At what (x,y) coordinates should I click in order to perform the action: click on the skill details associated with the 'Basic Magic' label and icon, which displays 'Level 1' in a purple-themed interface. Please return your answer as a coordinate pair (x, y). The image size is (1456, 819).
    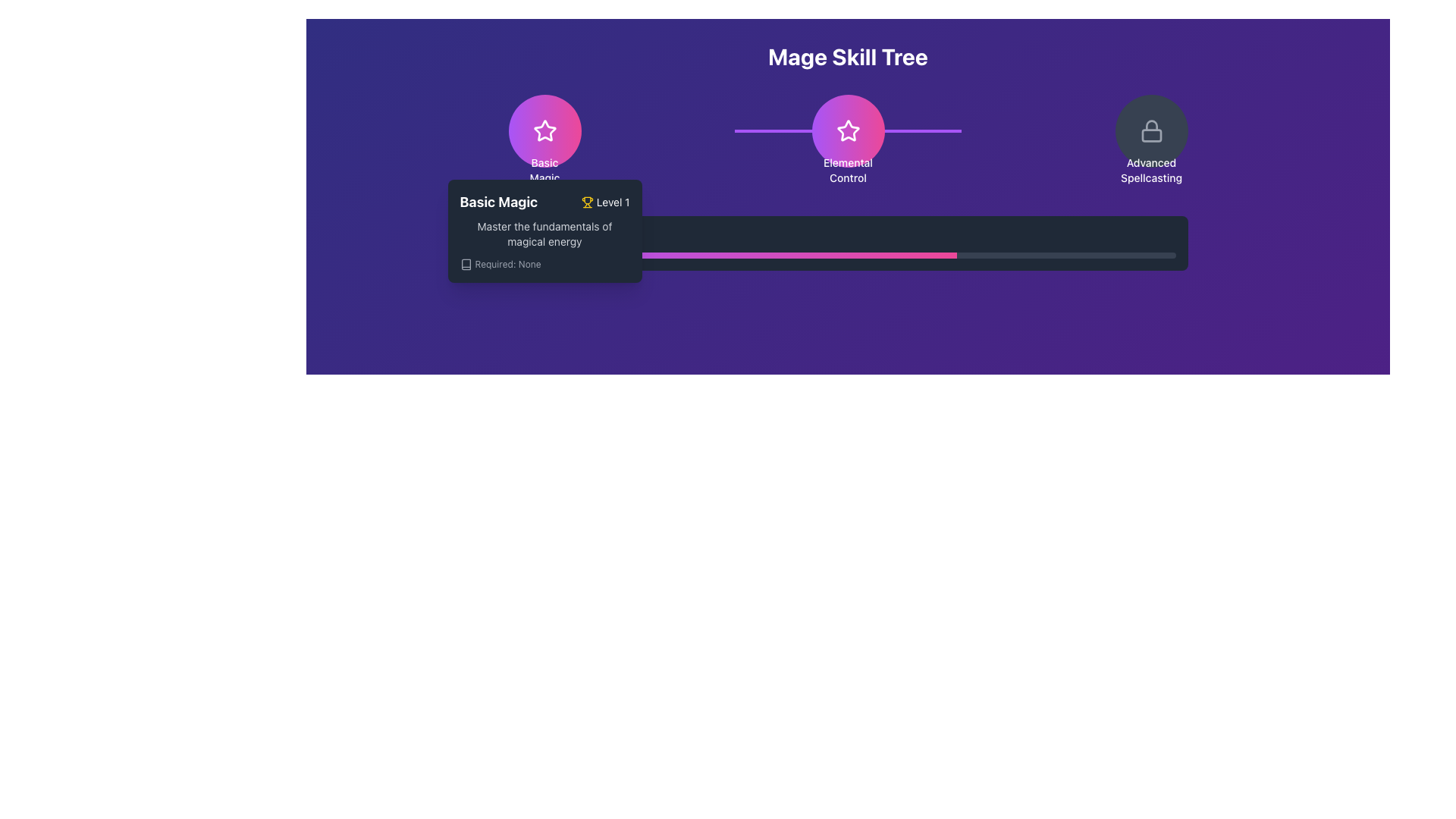
    Looking at the image, I should click on (544, 201).